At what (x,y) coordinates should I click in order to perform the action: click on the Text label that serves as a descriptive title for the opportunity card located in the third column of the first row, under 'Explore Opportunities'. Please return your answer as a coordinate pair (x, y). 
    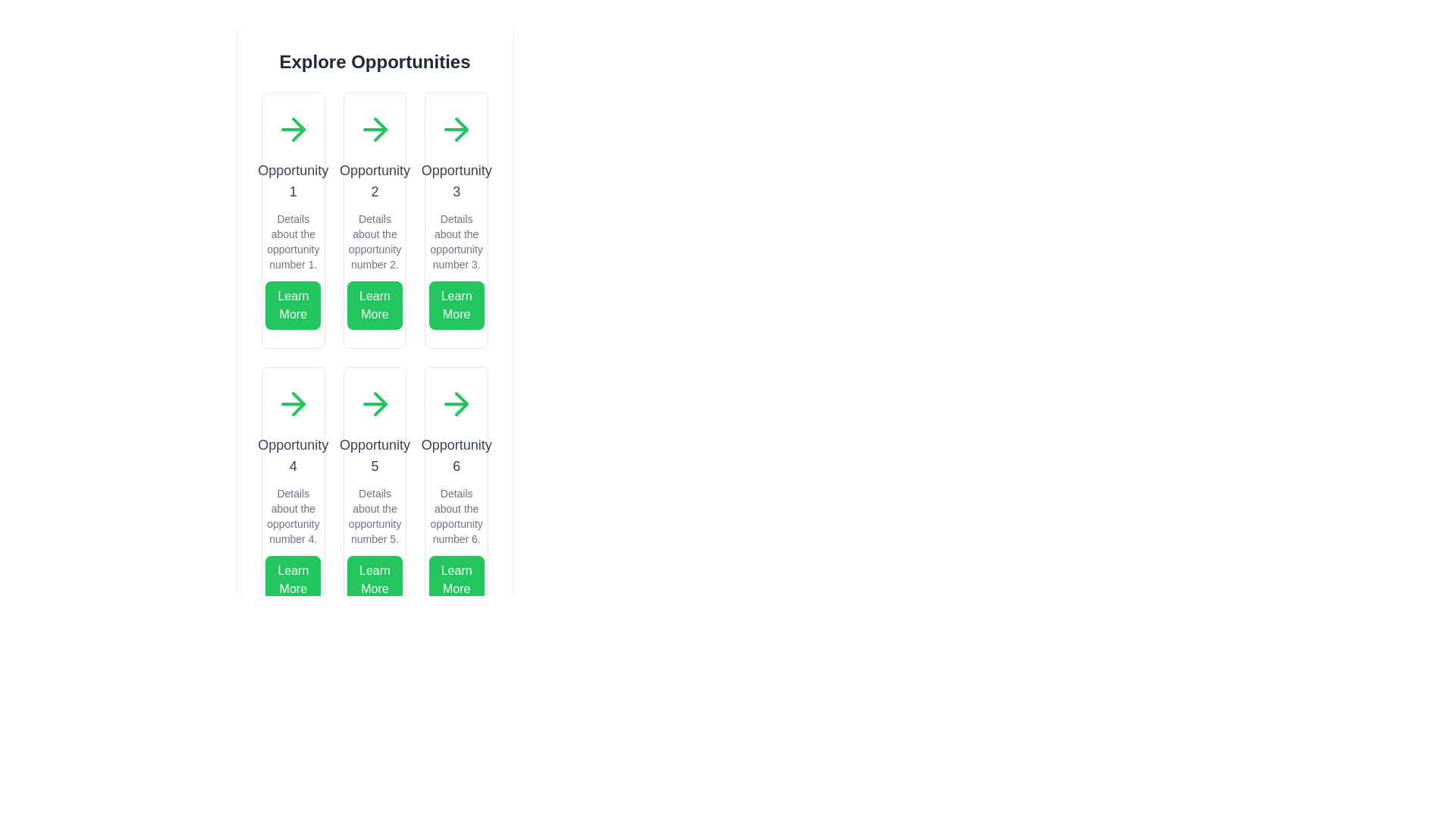
    Looking at the image, I should click on (456, 180).